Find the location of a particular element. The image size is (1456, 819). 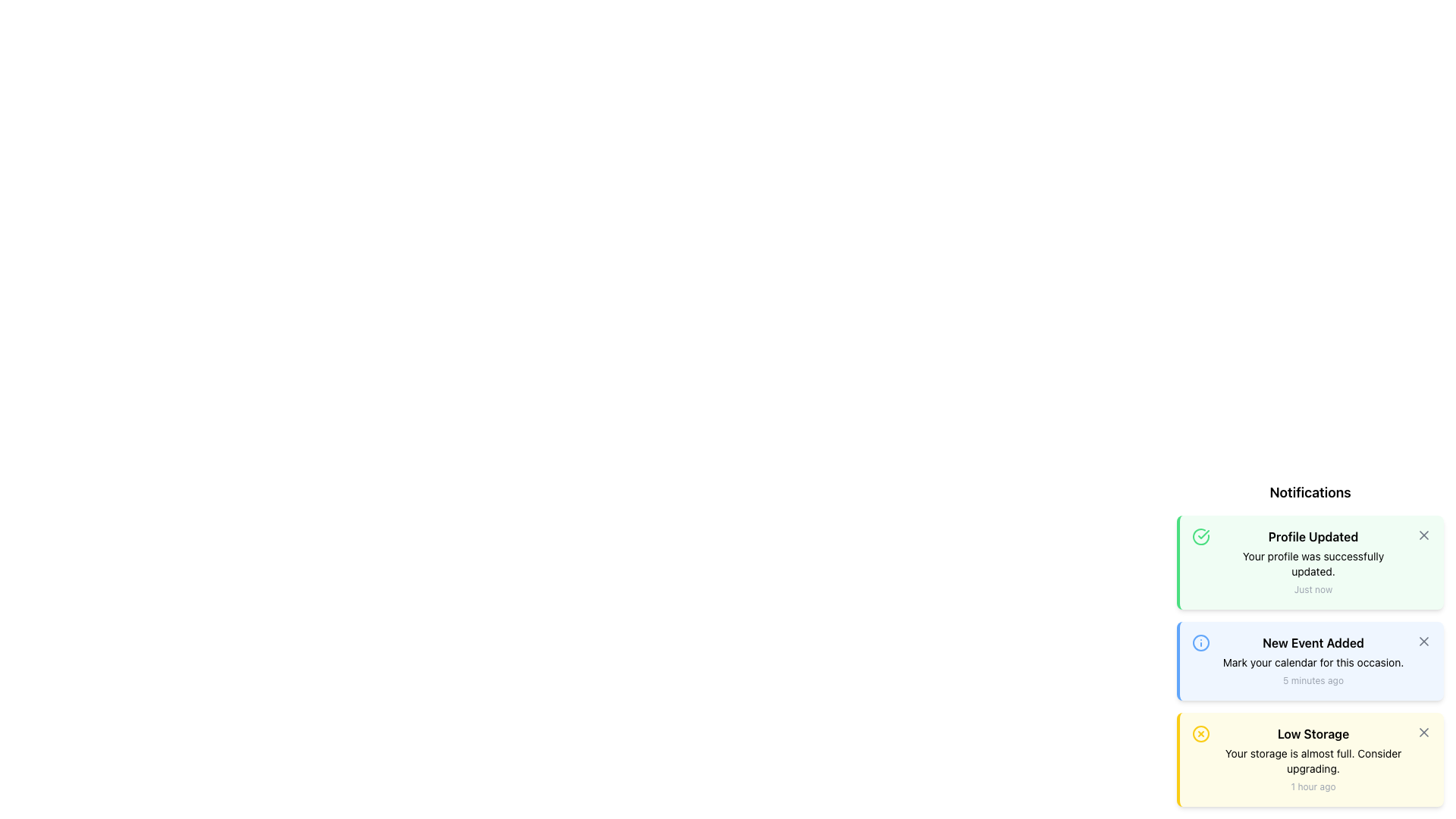

the circular outline of the SVG graphic within the blue notification card titled 'New Event Added.' is located at coordinates (1200, 643).